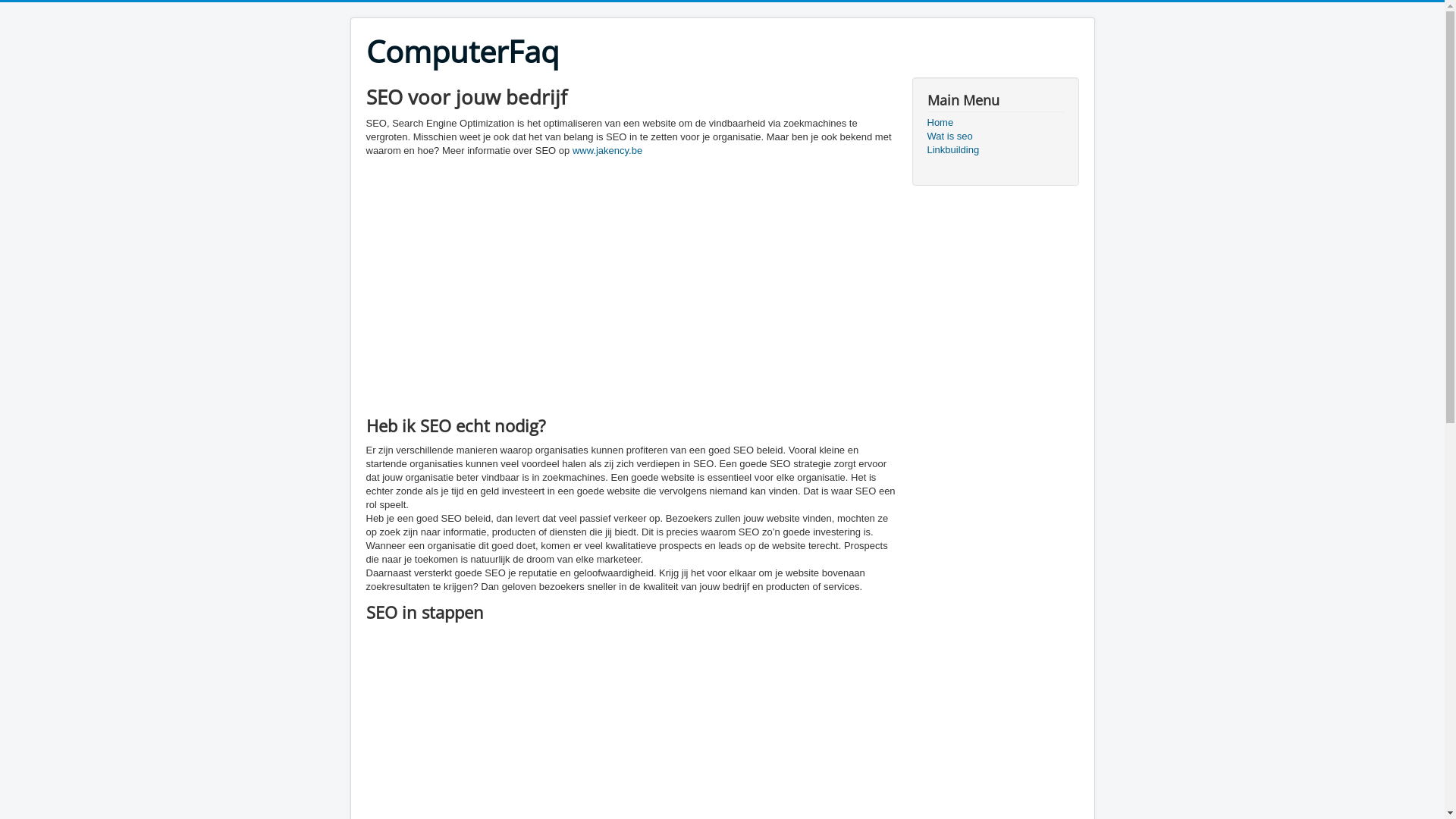  I want to click on 'Wat is seo', so click(994, 136).